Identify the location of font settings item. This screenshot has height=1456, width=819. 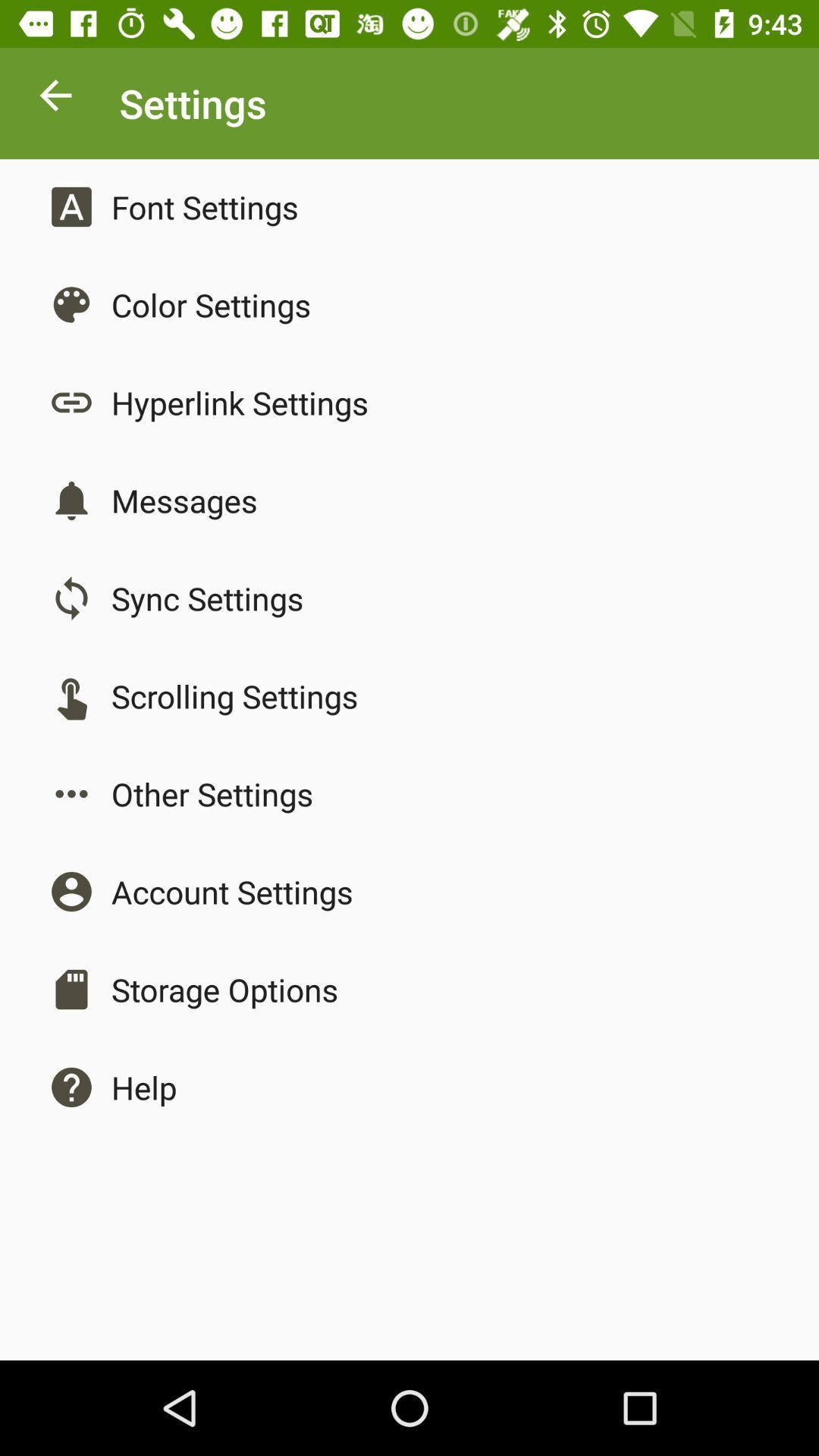
(205, 206).